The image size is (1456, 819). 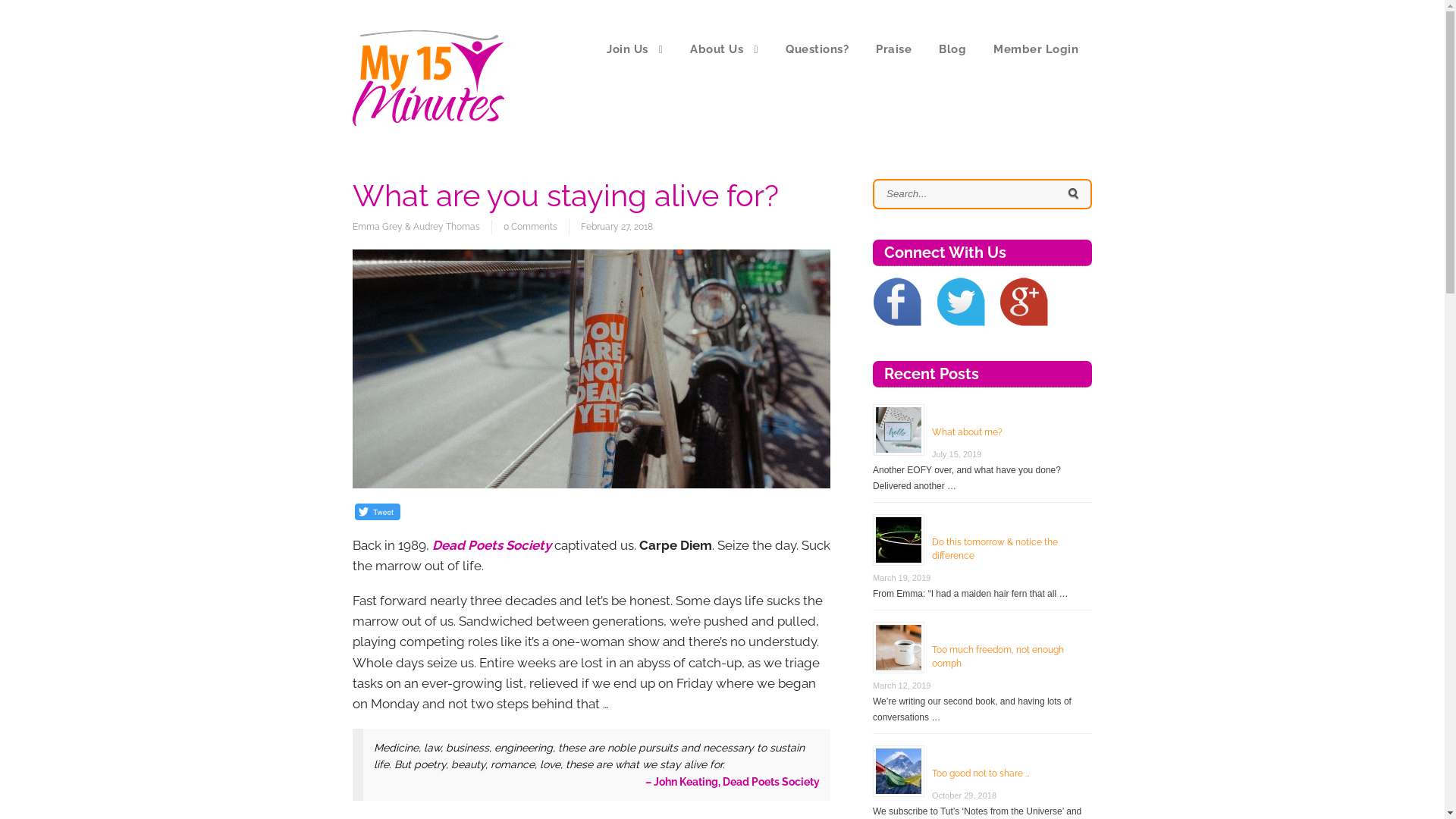 I want to click on 'What about me?', so click(x=966, y=432).